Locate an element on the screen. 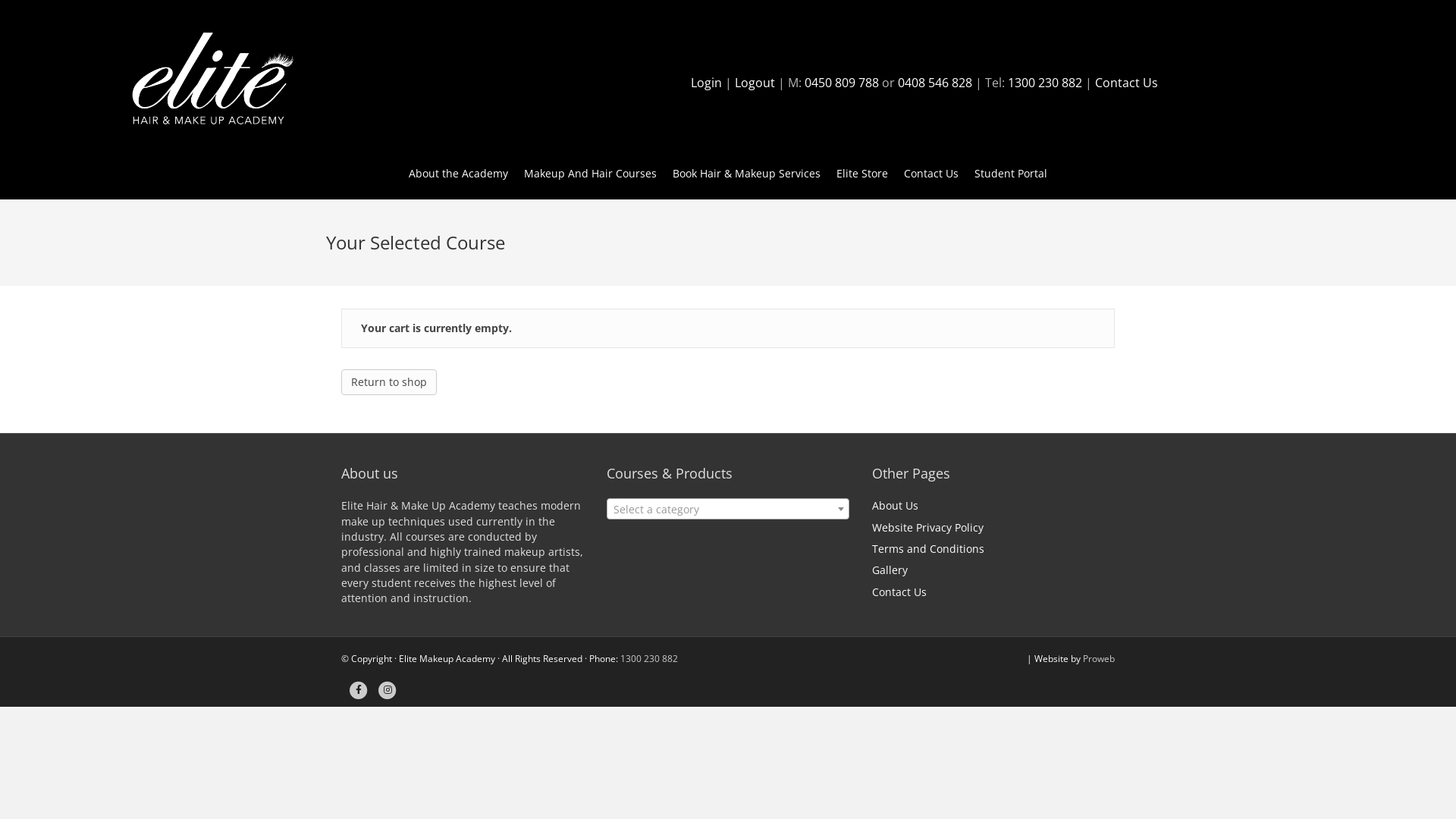 The height and width of the screenshot is (819, 1456). '1300 230 882' is located at coordinates (1043, 82).